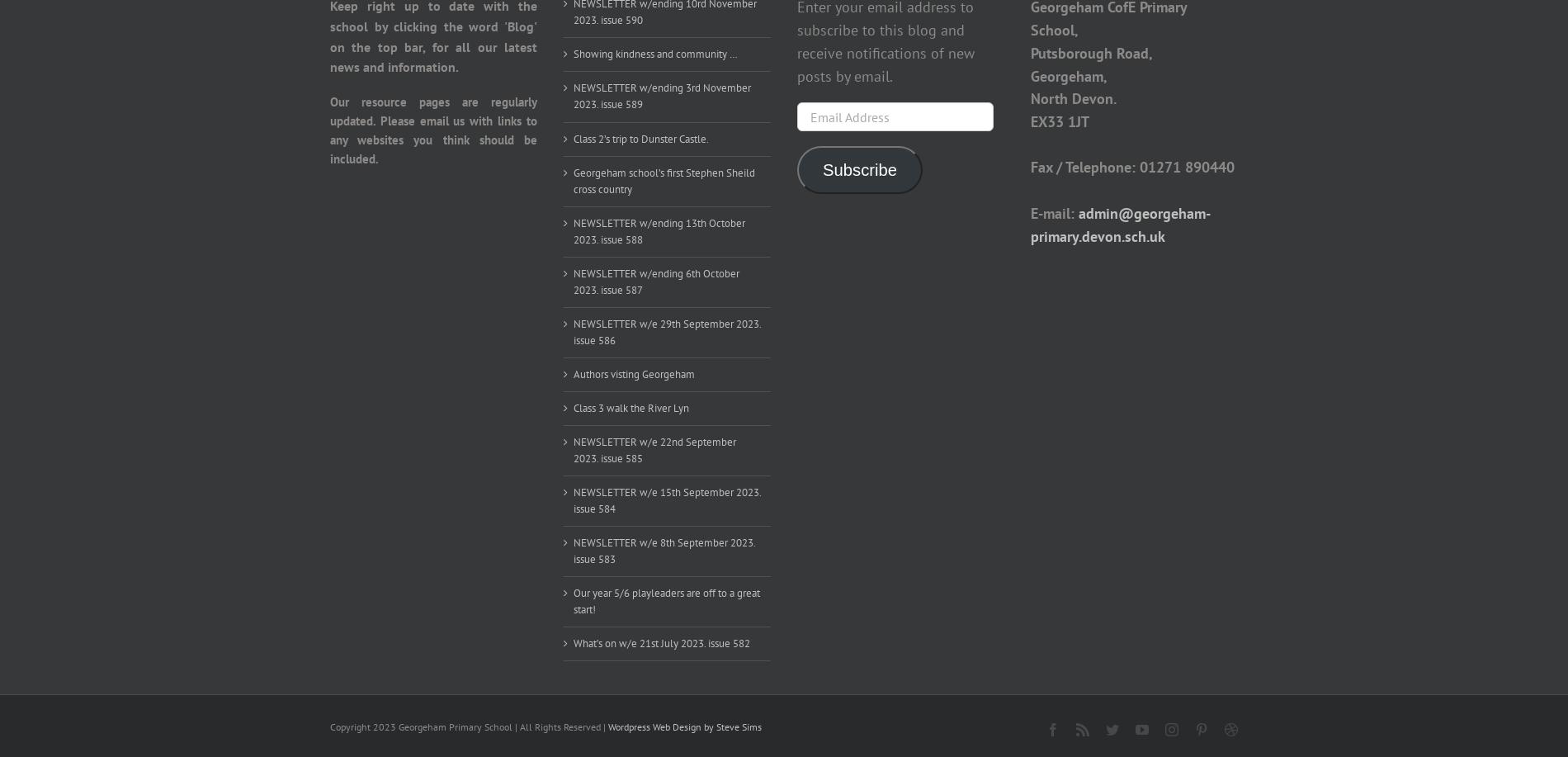  I want to click on 'Georgeham school’s first Stephen Sheild cross country', so click(664, 179).